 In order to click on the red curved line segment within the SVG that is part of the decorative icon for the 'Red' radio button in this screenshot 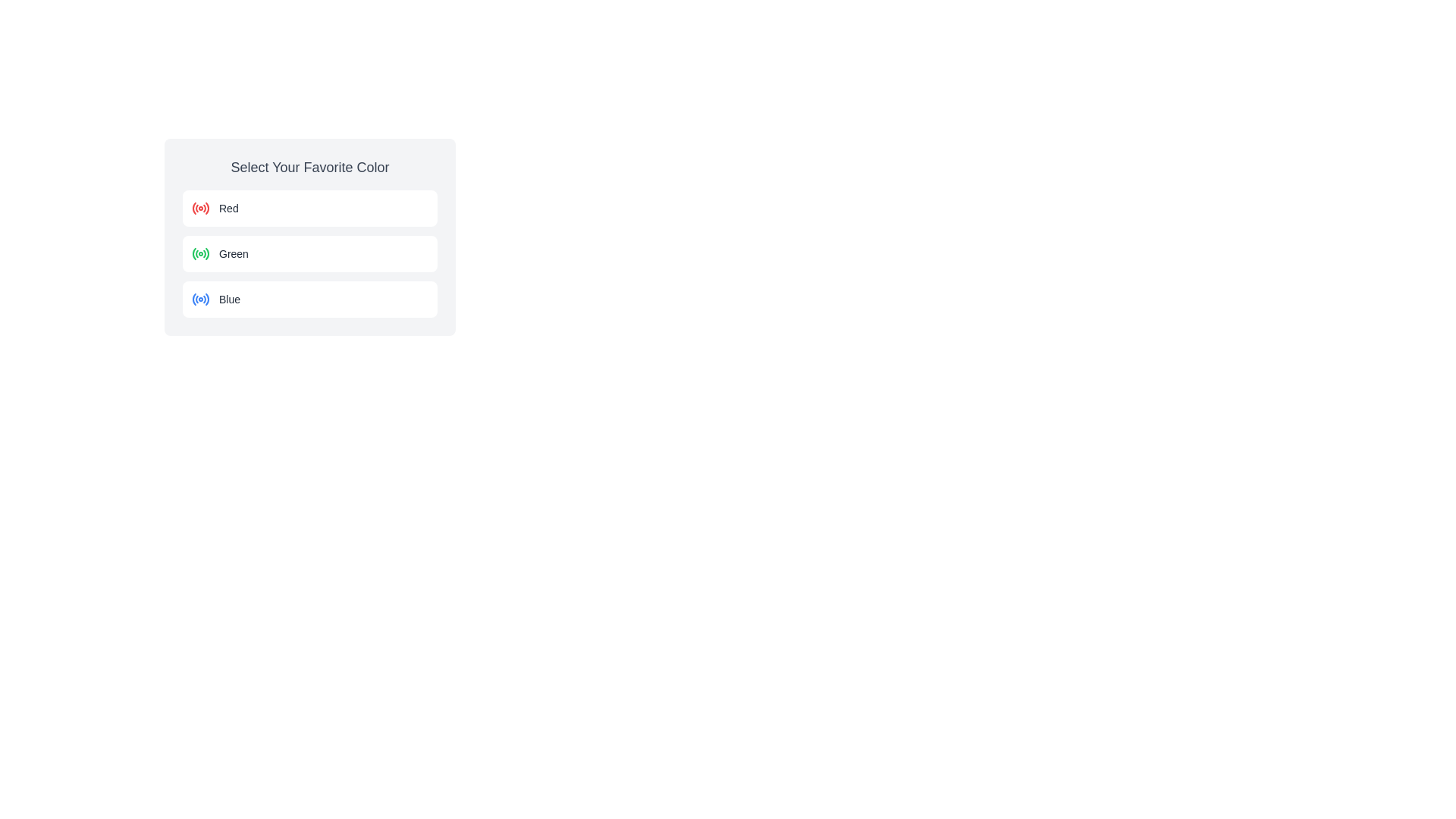, I will do `click(193, 208)`.